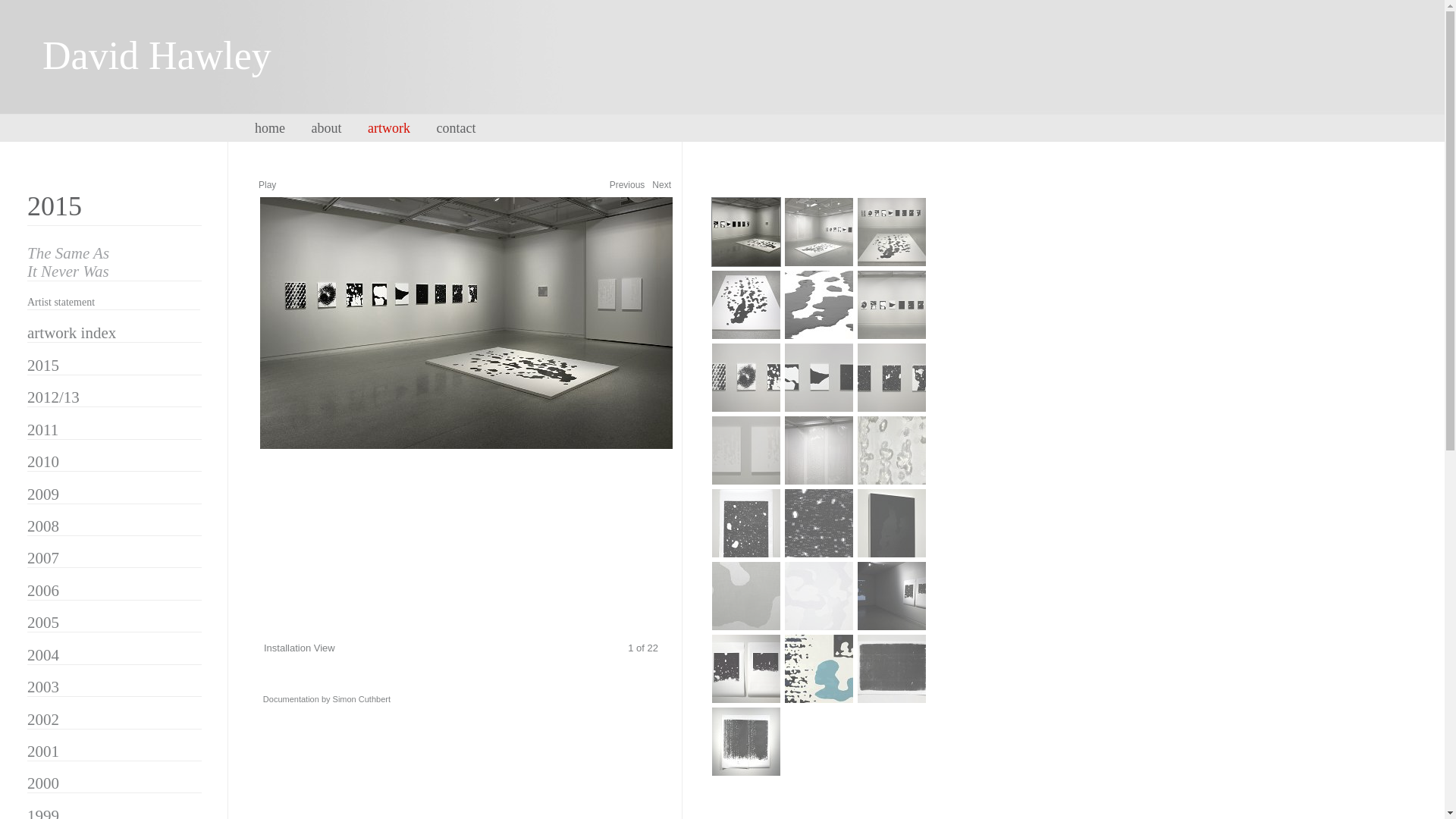 This screenshot has width=1456, height=819. I want to click on '2007', so click(27, 558).